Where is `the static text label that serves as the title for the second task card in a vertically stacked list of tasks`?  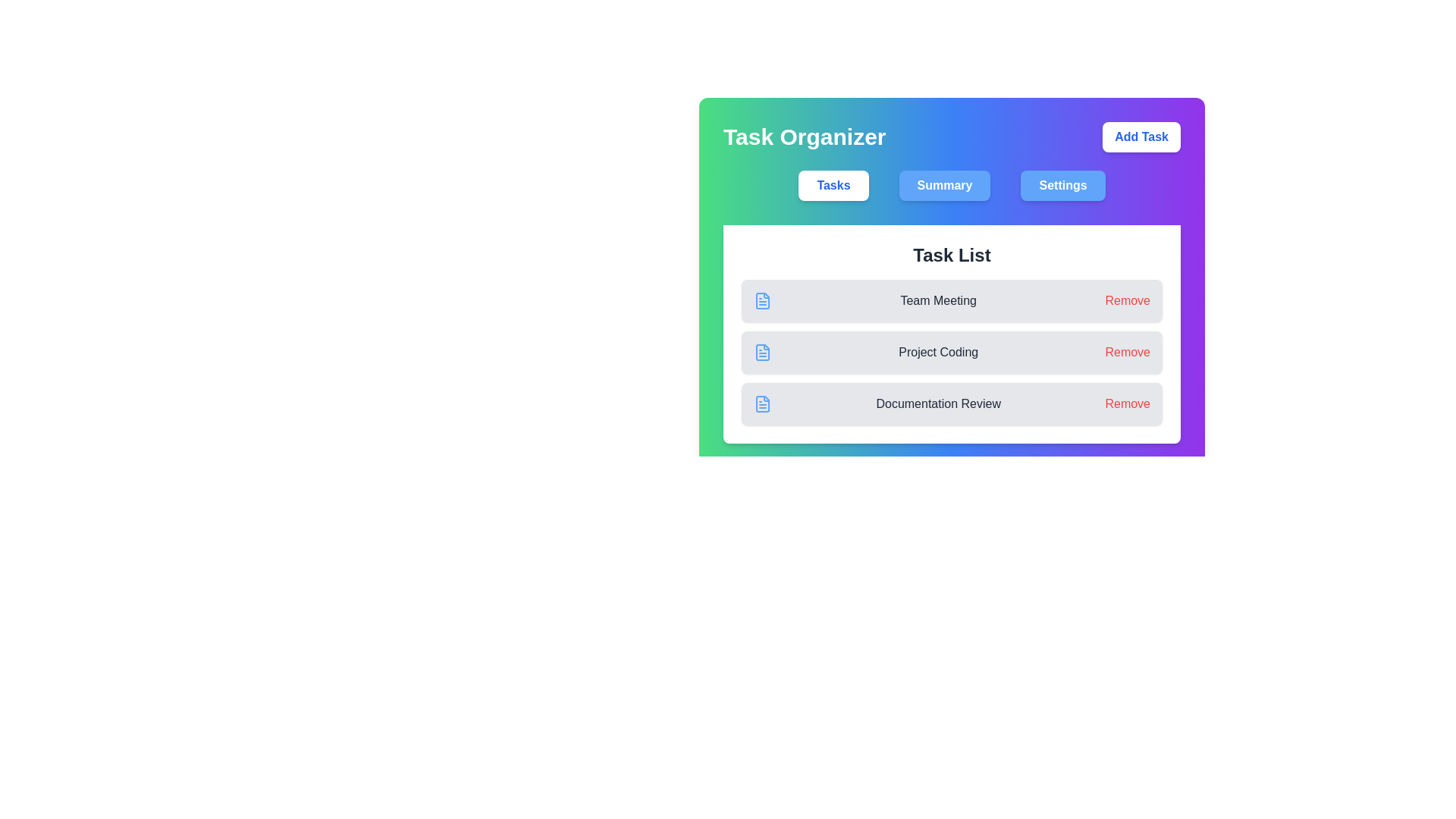
the static text label that serves as the title for the second task card in a vertically stacked list of tasks is located at coordinates (937, 353).